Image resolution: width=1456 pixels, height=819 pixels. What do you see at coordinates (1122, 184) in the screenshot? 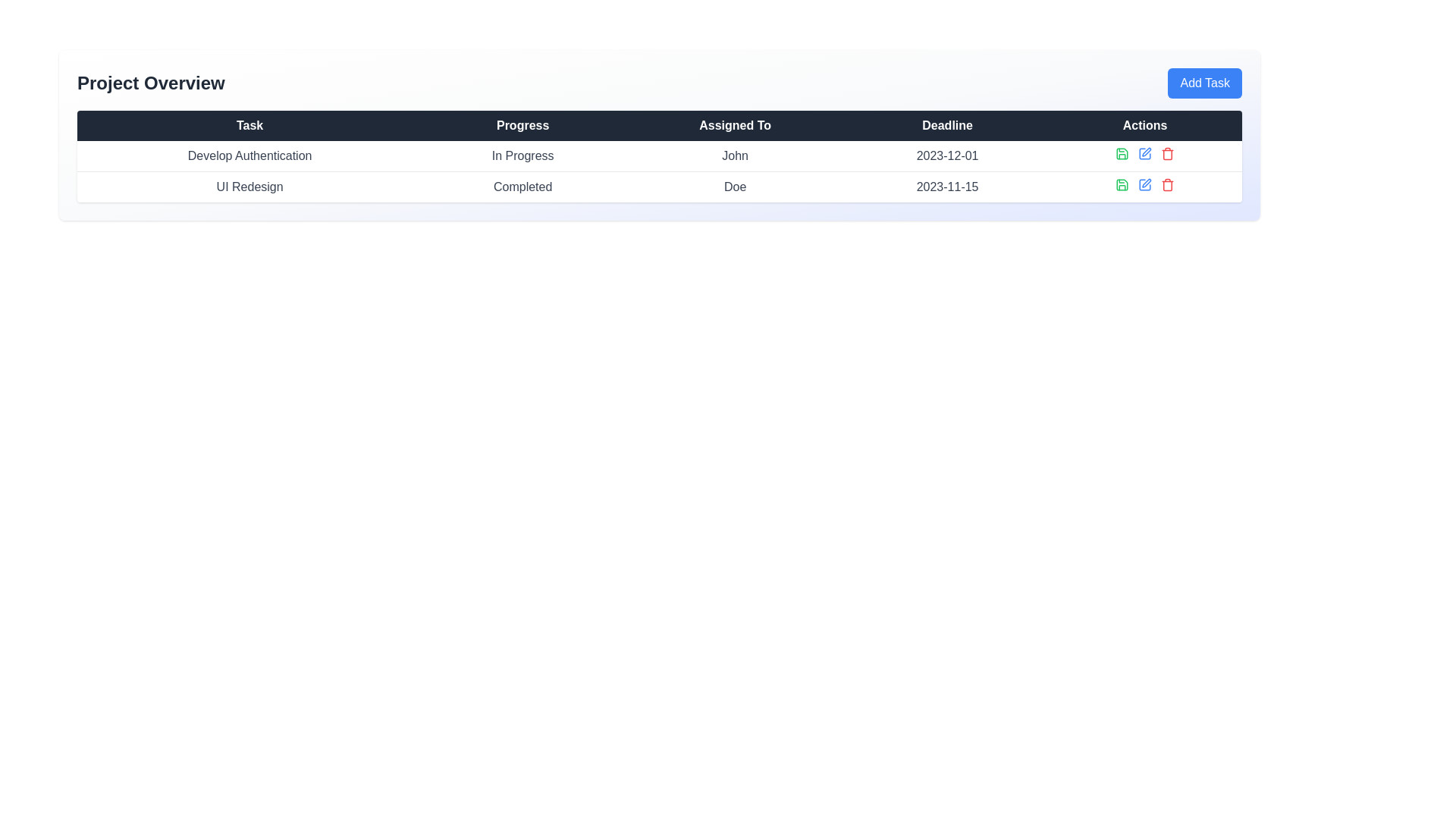
I see `the green save icon, styled as a diskette, located in the 'Actions' column of the first row corresponding to the 'Develop Authentication' task` at bounding box center [1122, 184].